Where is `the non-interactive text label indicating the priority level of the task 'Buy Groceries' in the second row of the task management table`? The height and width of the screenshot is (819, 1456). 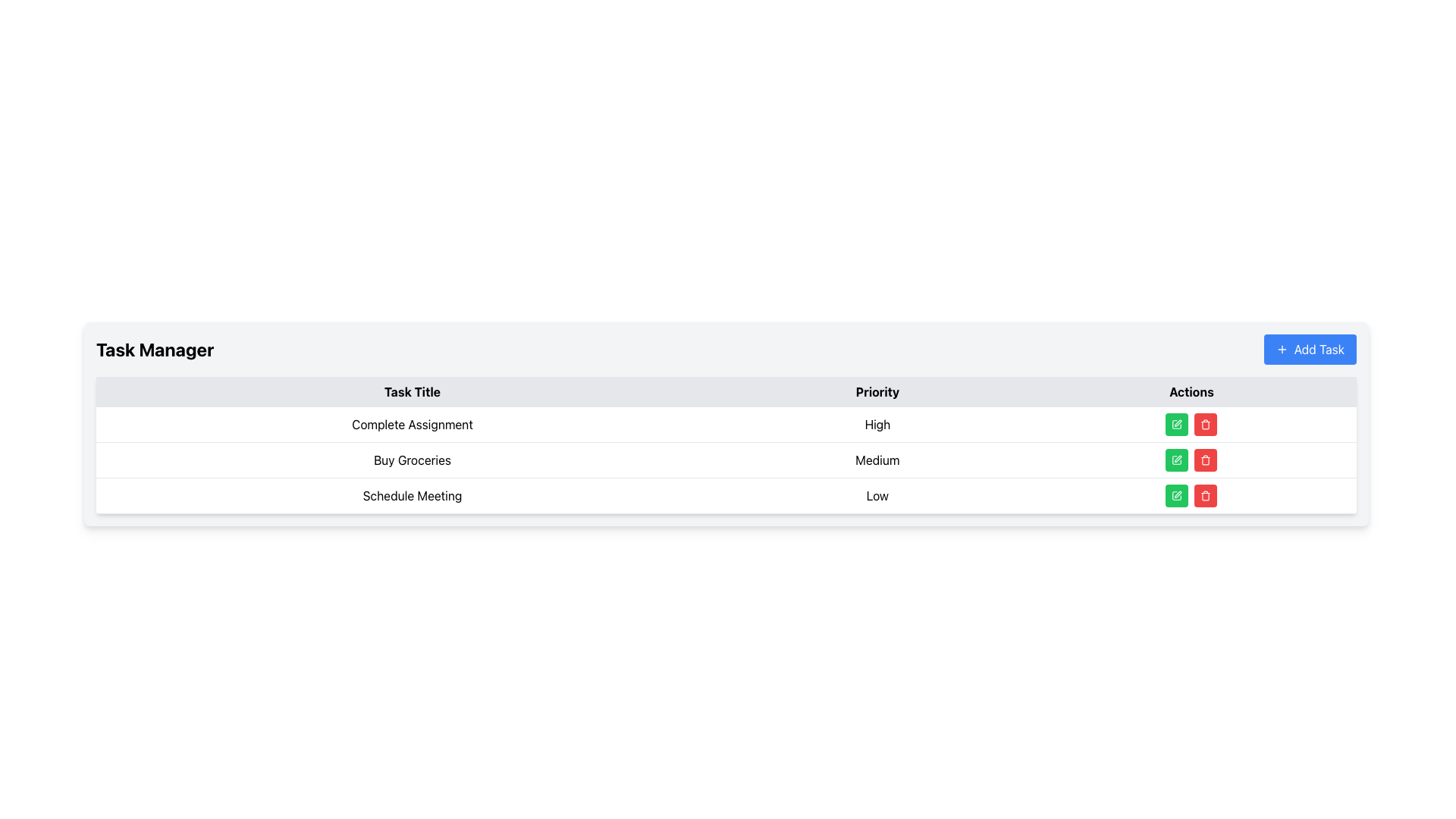
the non-interactive text label indicating the priority level of the task 'Buy Groceries' in the second row of the task management table is located at coordinates (877, 459).